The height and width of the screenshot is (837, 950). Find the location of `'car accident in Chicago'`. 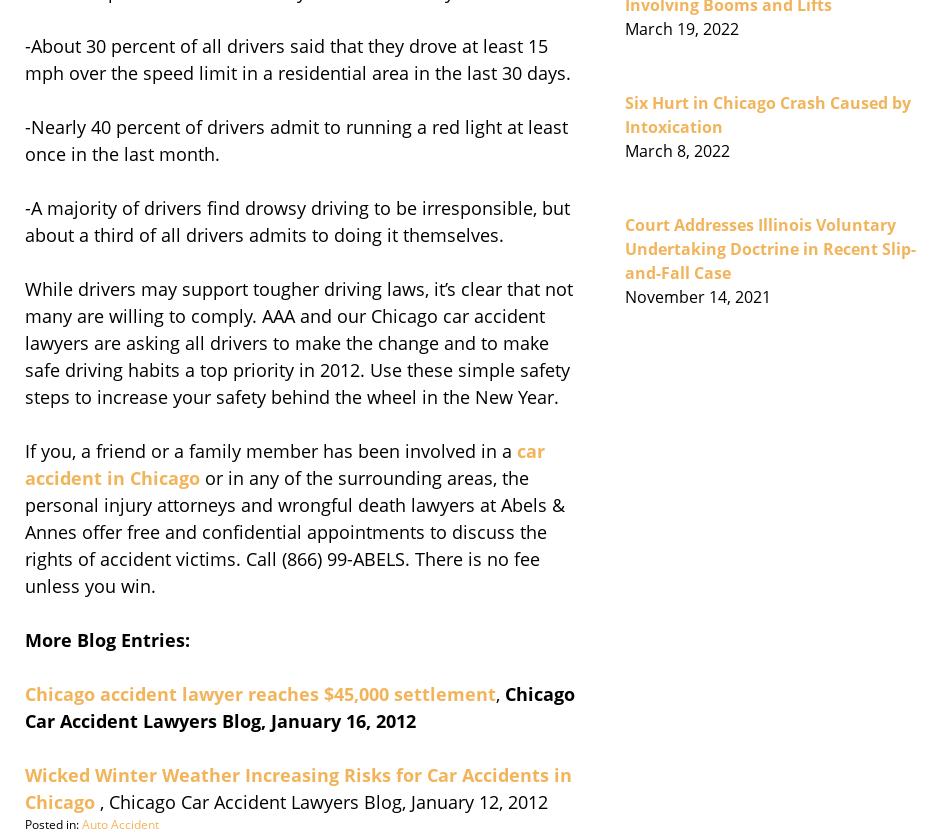

'car accident in Chicago' is located at coordinates (284, 462).